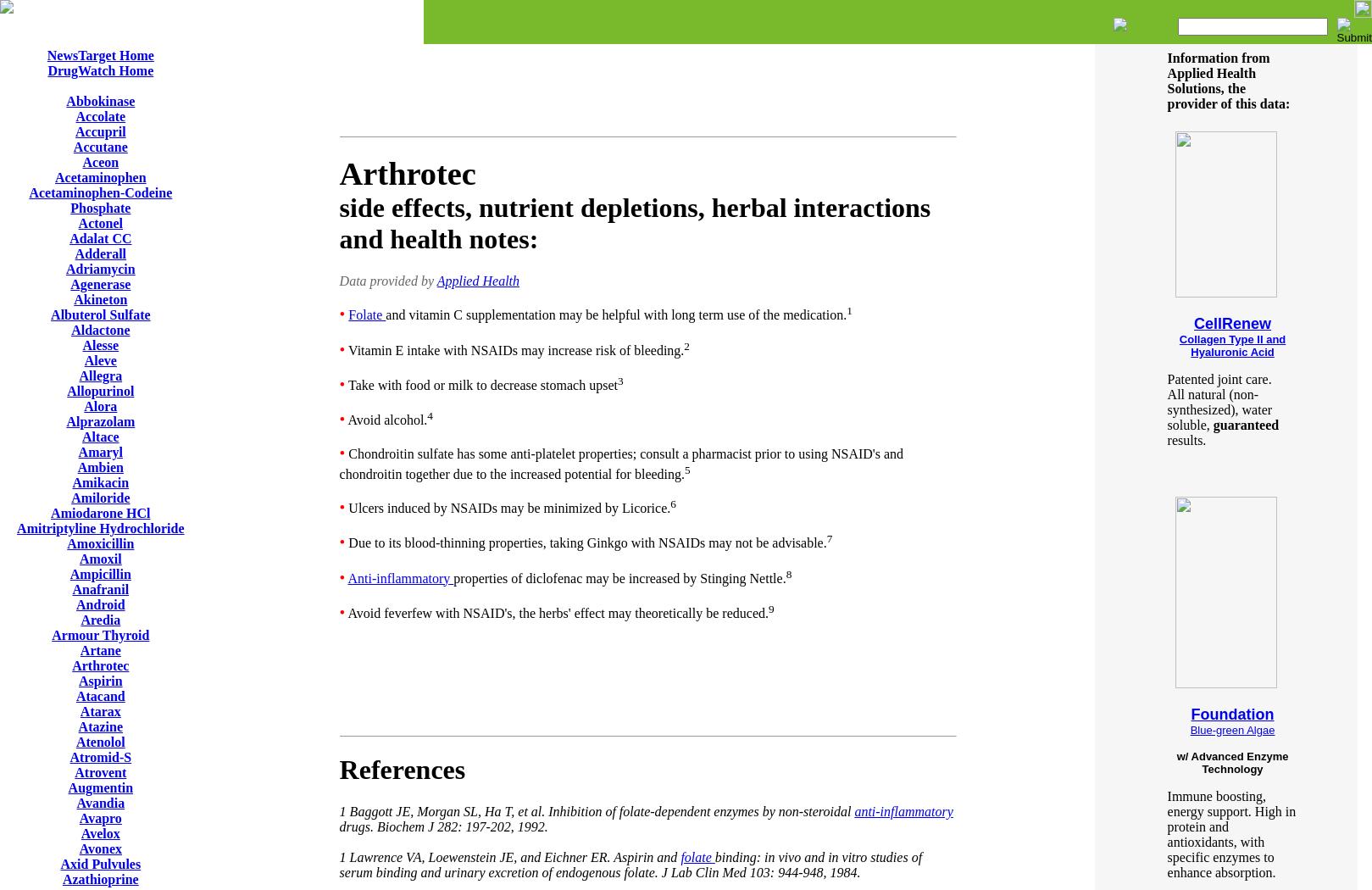 The width and height of the screenshot is (1372, 890). I want to click on '1', so click(848, 309).